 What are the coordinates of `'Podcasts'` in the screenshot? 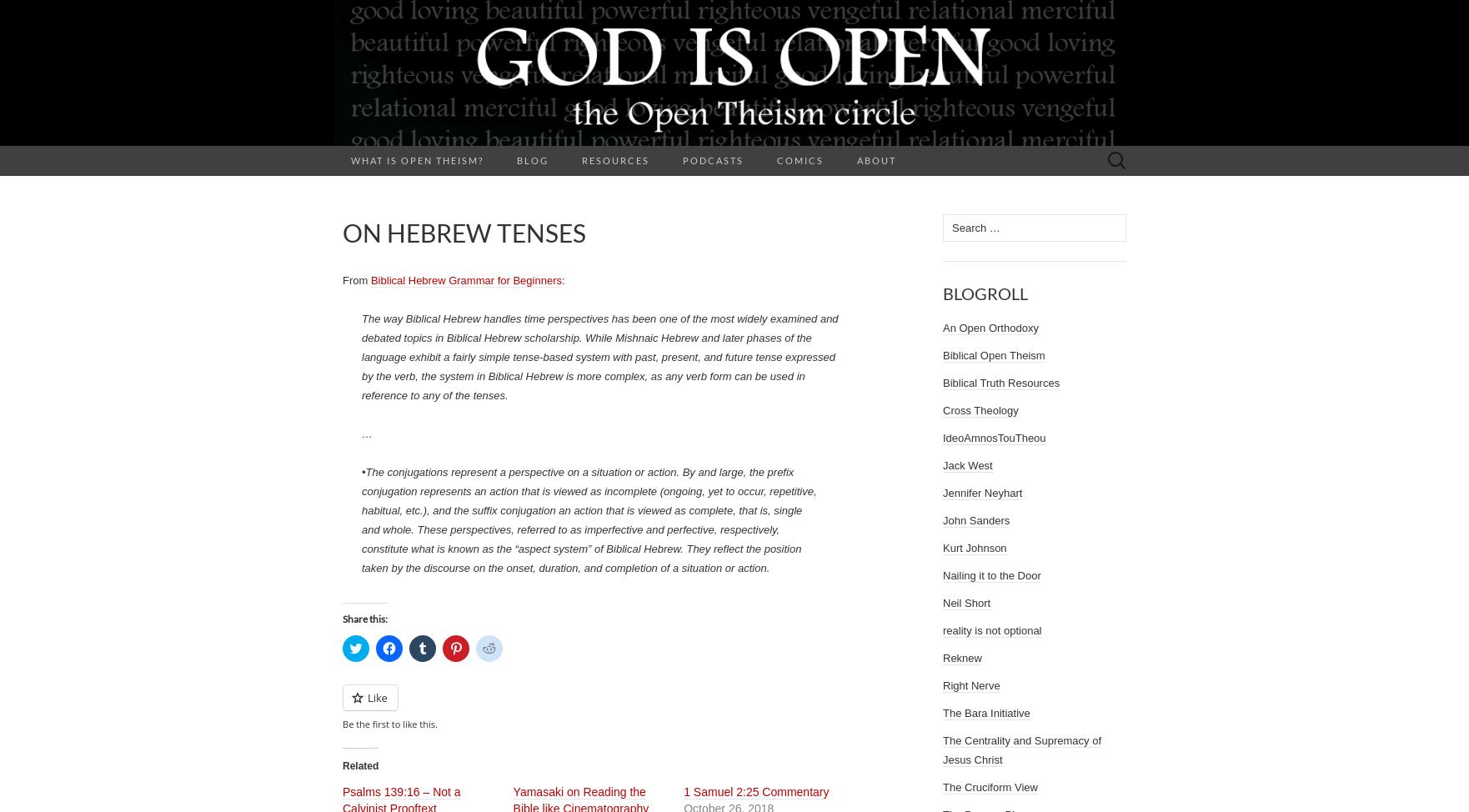 It's located at (712, 160).